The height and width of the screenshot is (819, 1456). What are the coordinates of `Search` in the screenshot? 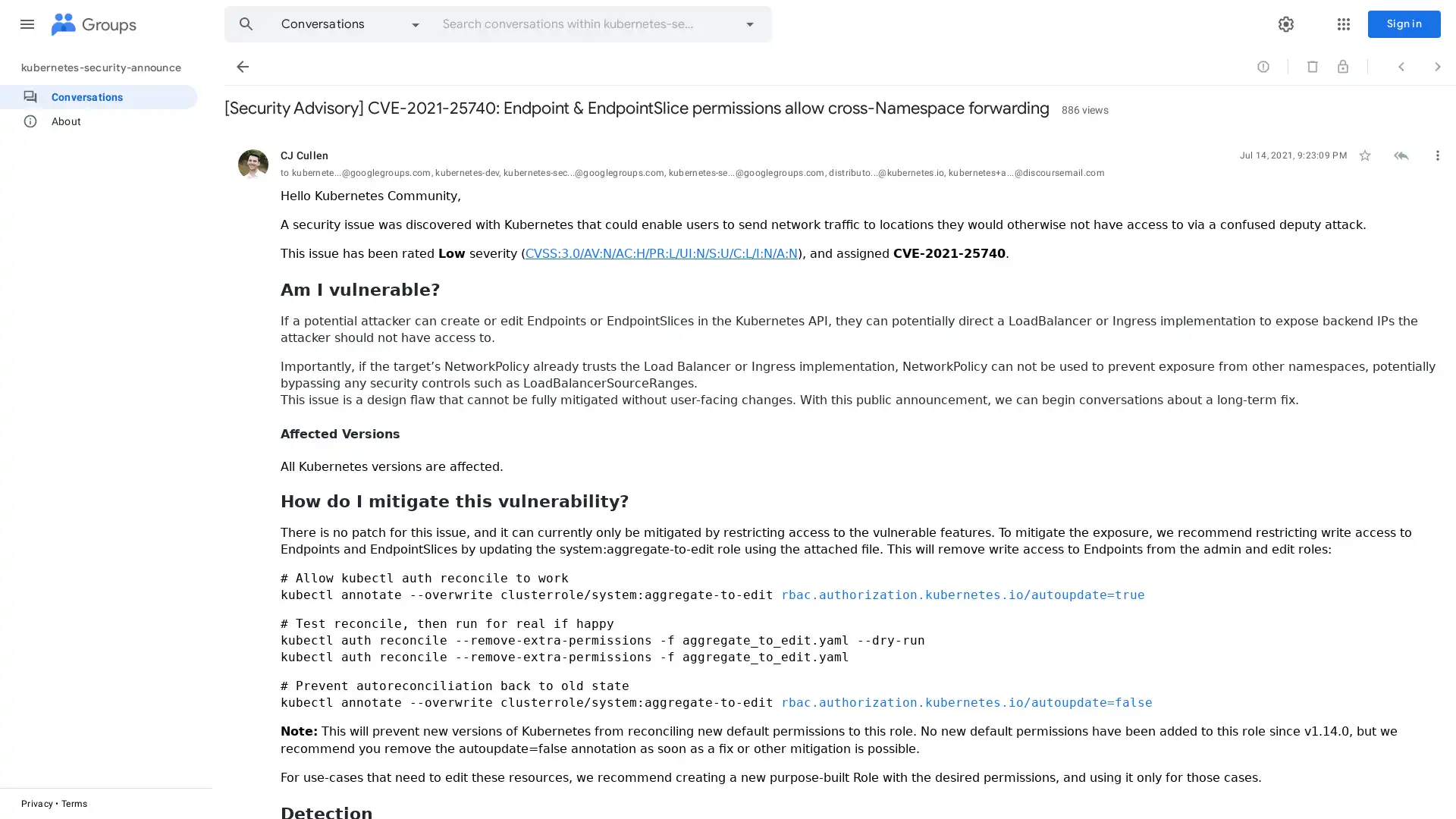 It's located at (246, 24).